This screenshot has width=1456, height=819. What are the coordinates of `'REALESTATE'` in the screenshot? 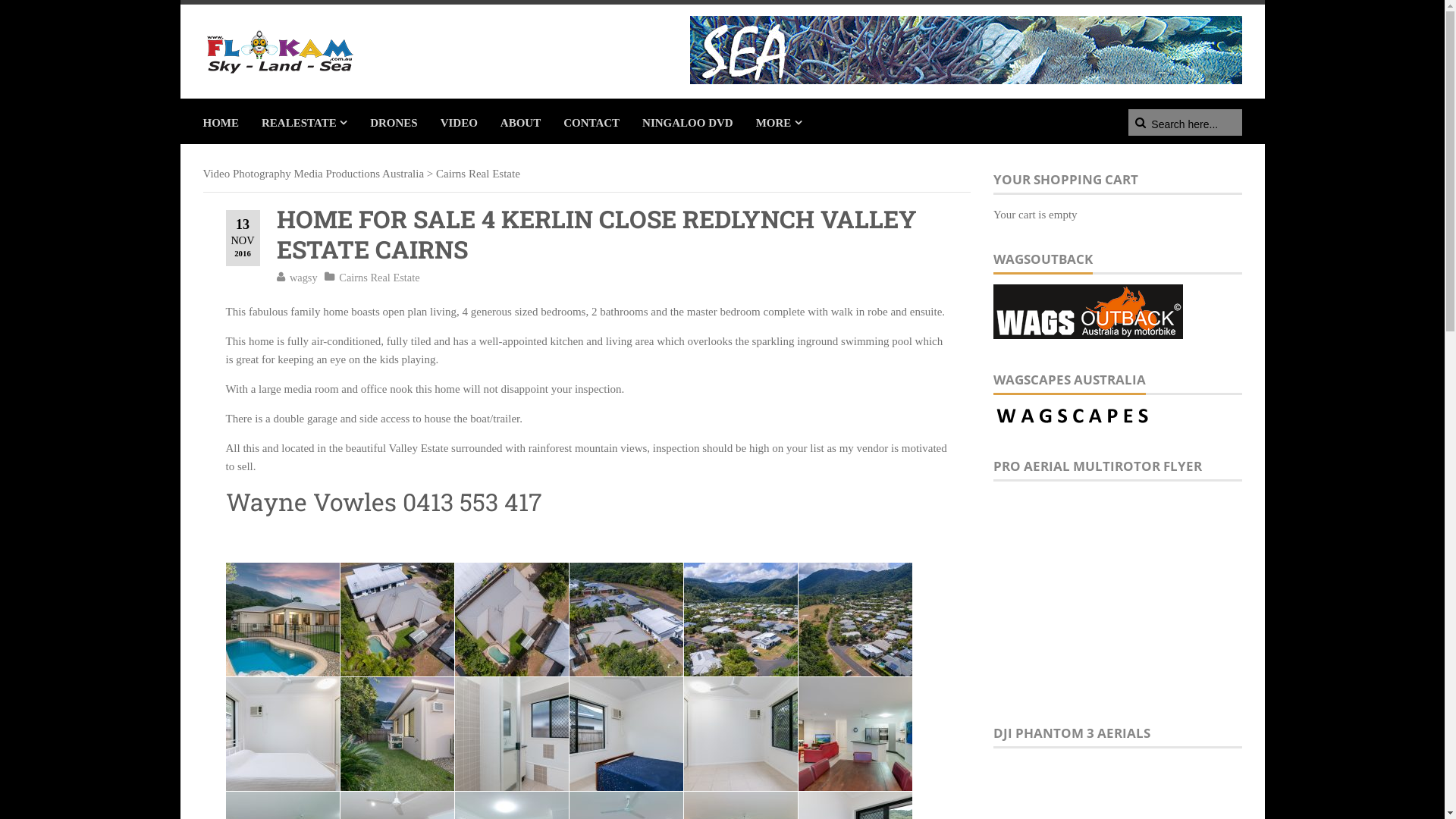 It's located at (303, 120).